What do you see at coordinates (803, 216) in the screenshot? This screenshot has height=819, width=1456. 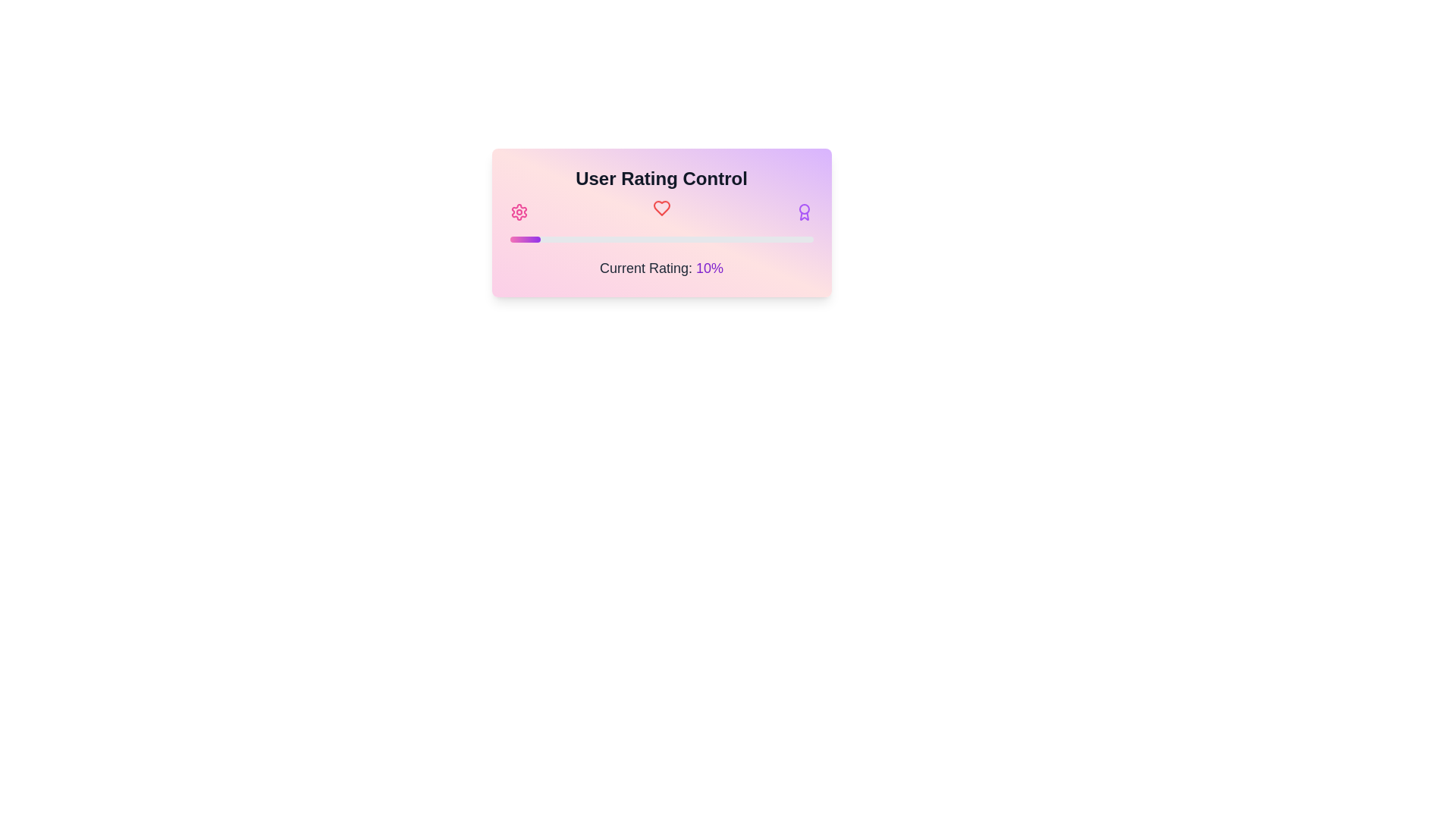 I see `the award-like icon located on the right-hand side of the main circular element` at bounding box center [803, 216].